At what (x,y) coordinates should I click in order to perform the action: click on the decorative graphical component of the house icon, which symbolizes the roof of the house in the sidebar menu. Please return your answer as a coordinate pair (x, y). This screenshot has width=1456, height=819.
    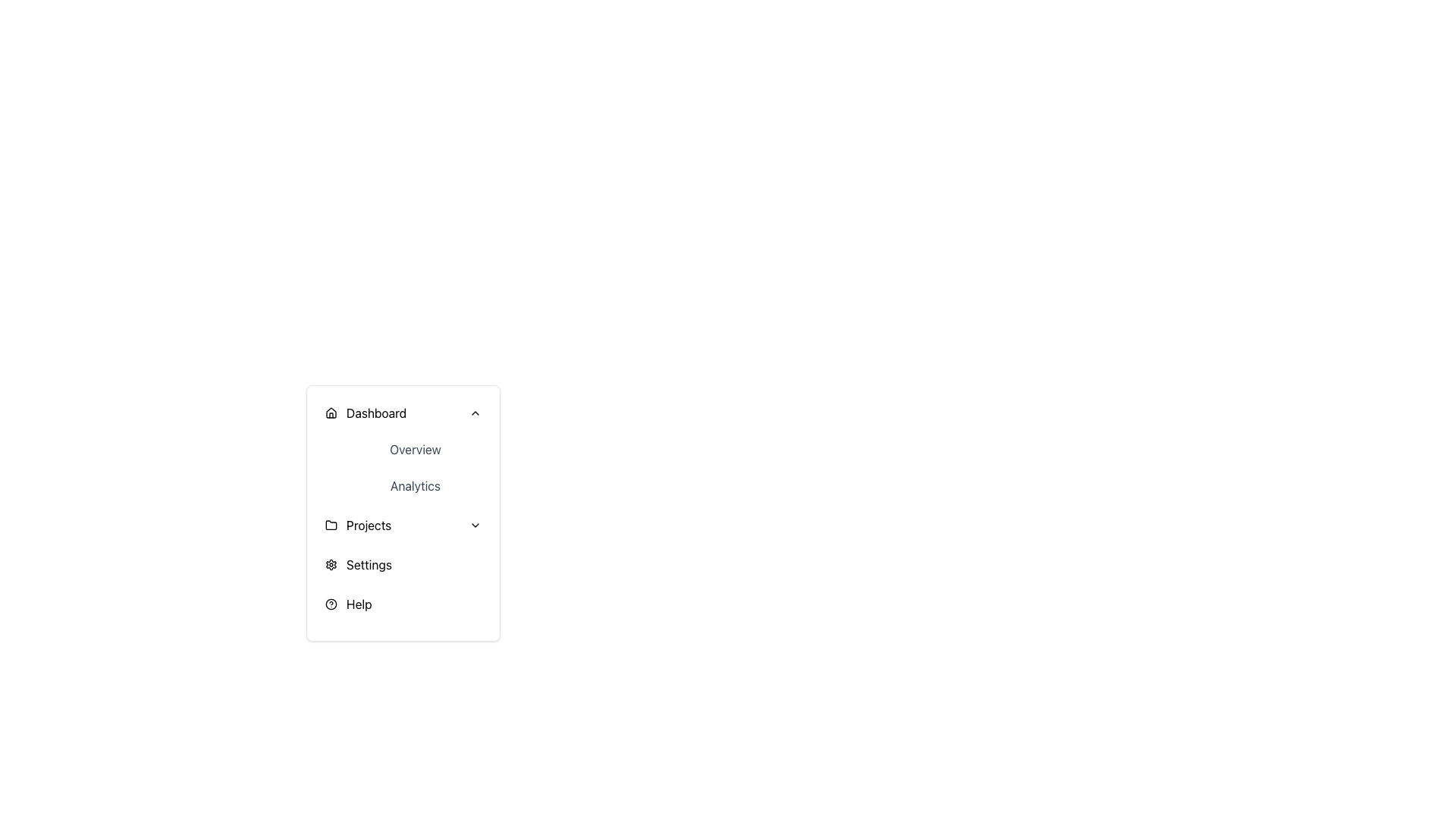
    Looking at the image, I should click on (330, 412).